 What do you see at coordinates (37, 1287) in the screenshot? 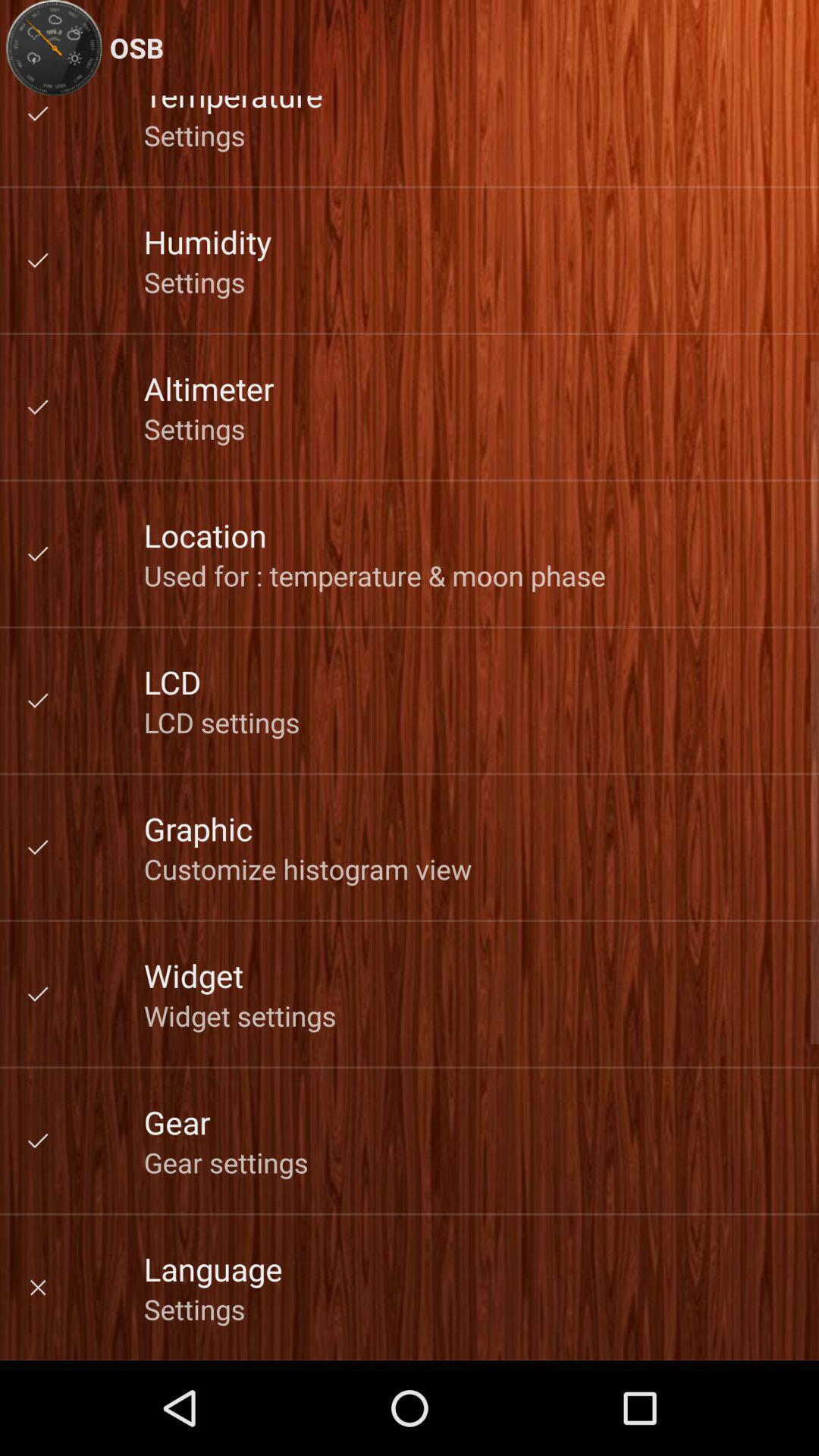
I see `the cross mark below the page` at bounding box center [37, 1287].